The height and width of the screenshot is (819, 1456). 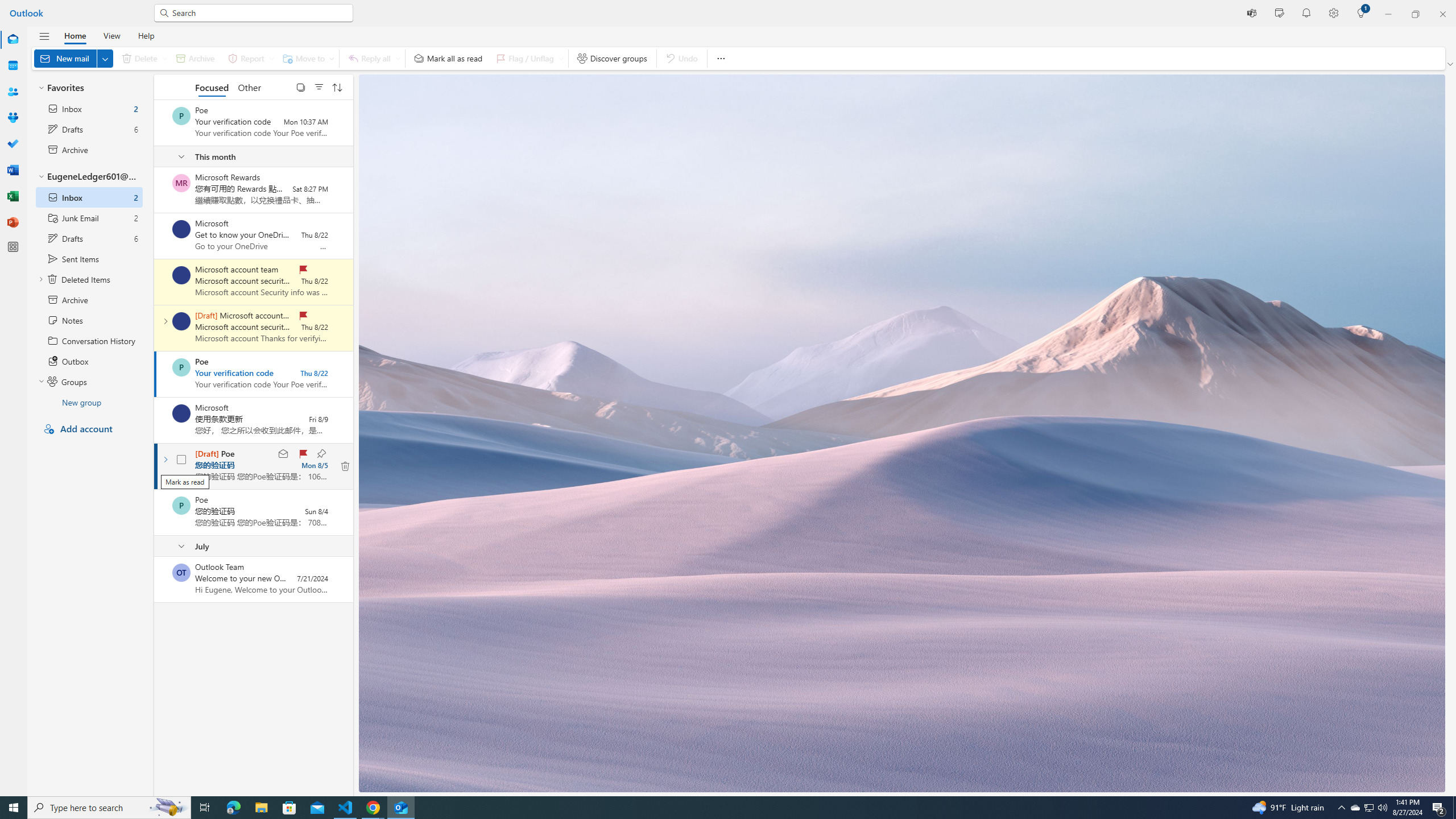 I want to click on 'Filter', so click(x=318, y=86).